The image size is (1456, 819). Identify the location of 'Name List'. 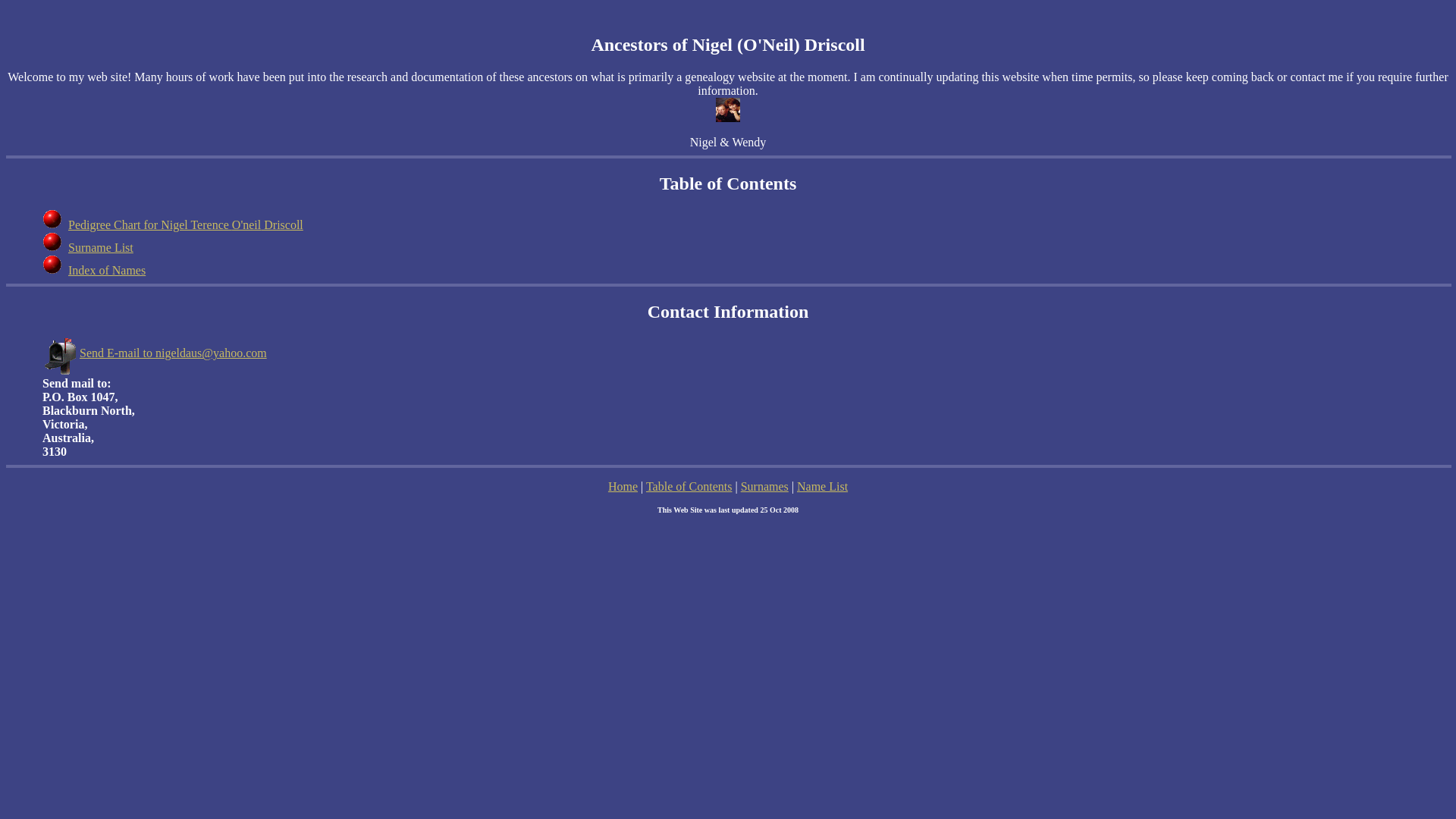
(821, 486).